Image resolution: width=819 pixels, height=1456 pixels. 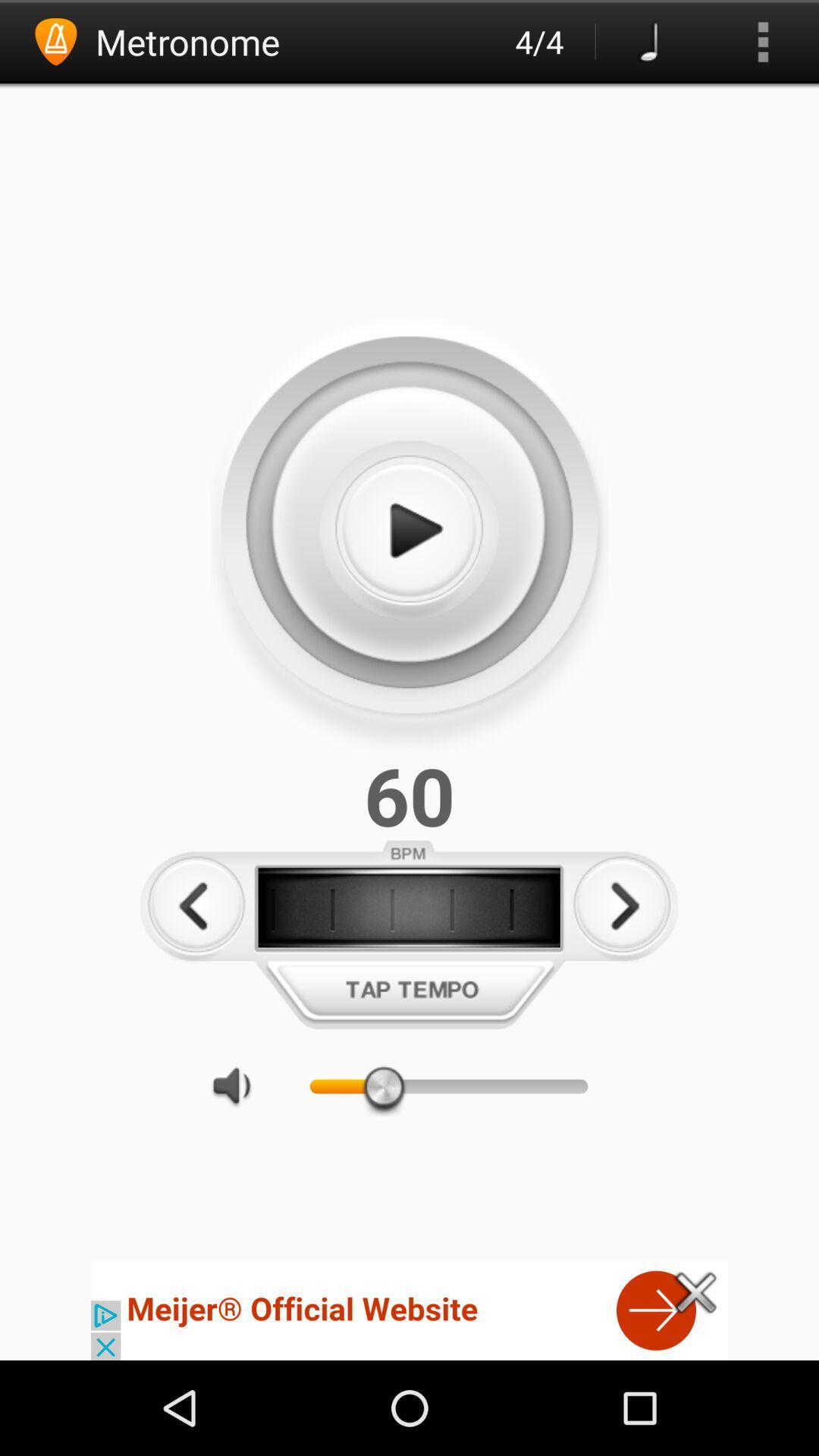 I want to click on next, so click(x=622, y=906).